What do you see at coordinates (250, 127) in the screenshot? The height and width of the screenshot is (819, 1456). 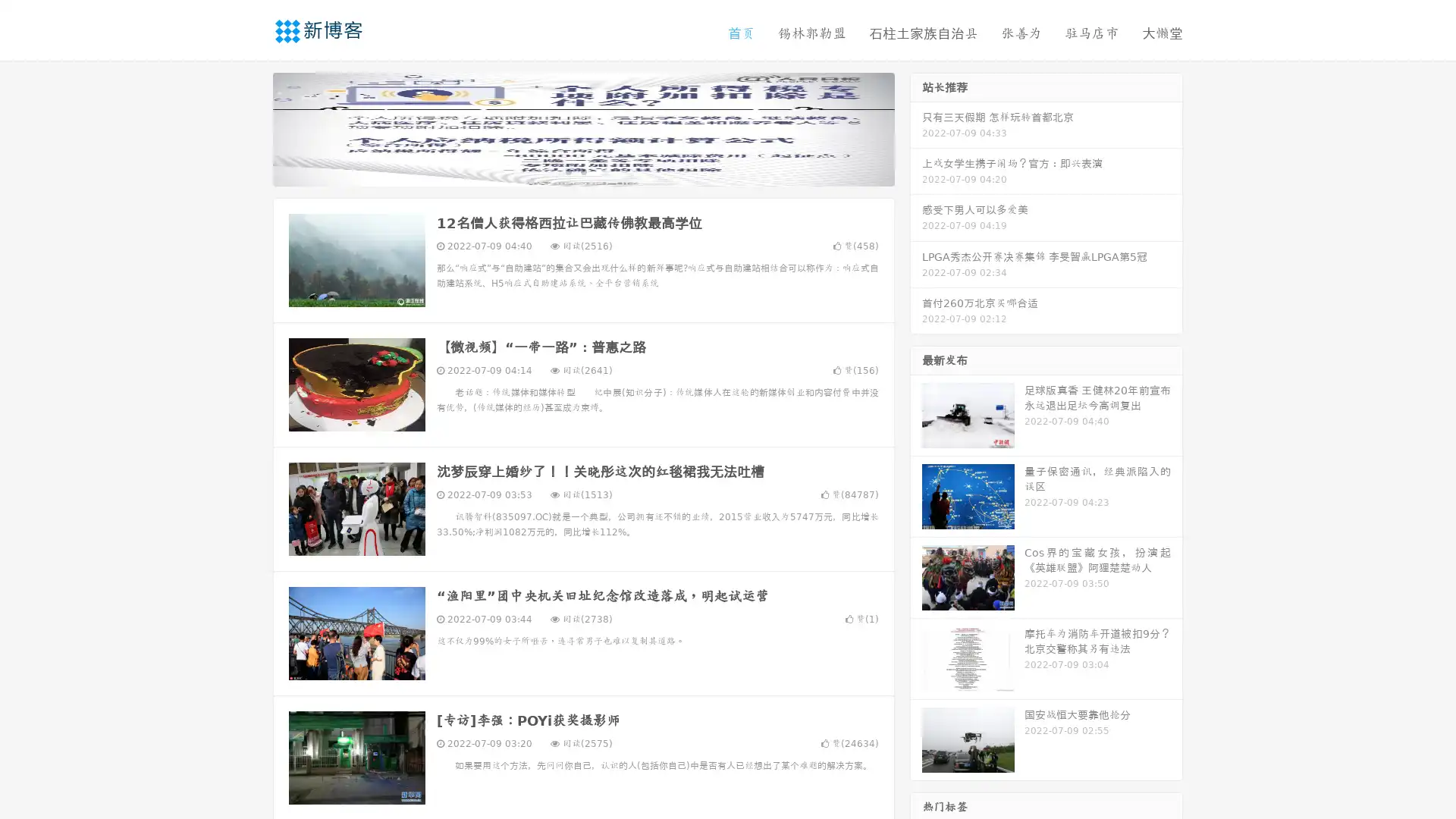 I see `Previous slide` at bounding box center [250, 127].